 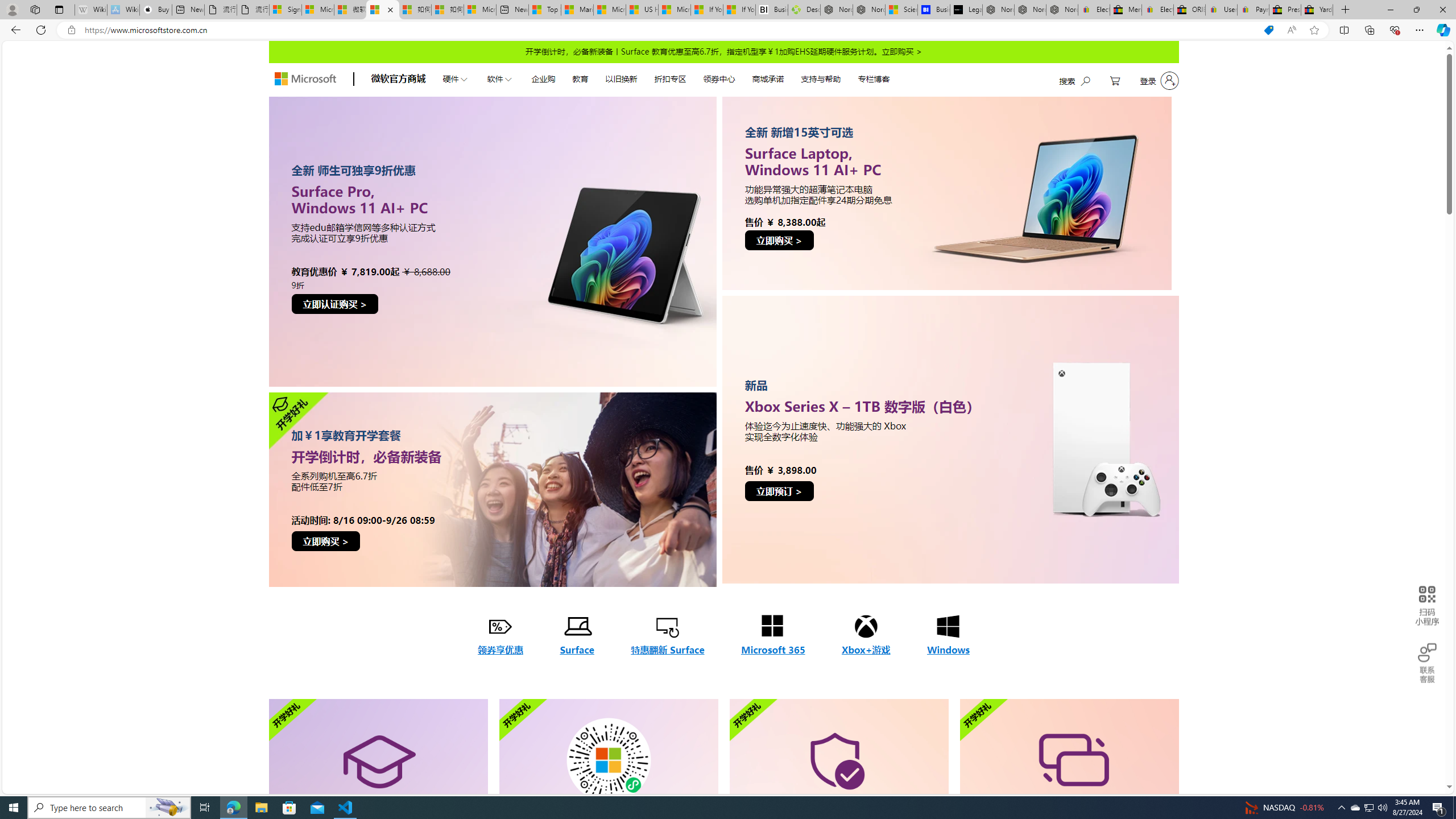 What do you see at coordinates (1115, 80) in the screenshot?
I see `'My Cart'` at bounding box center [1115, 80].